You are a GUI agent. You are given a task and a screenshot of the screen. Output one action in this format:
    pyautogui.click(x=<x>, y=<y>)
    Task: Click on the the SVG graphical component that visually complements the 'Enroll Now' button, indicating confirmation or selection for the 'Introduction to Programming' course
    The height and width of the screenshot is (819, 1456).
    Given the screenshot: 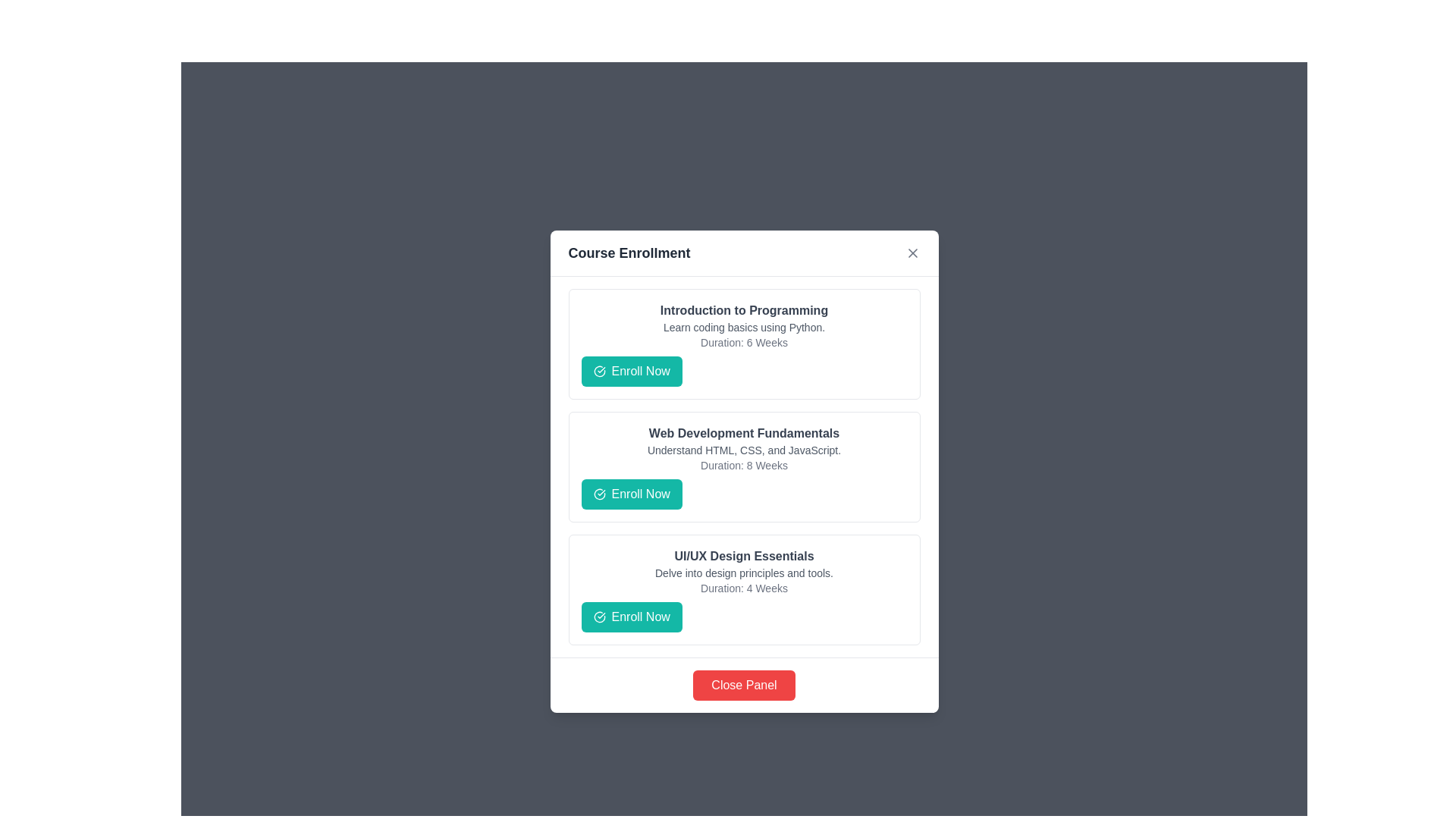 What is the action you would take?
    pyautogui.click(x=598, y=371)
    